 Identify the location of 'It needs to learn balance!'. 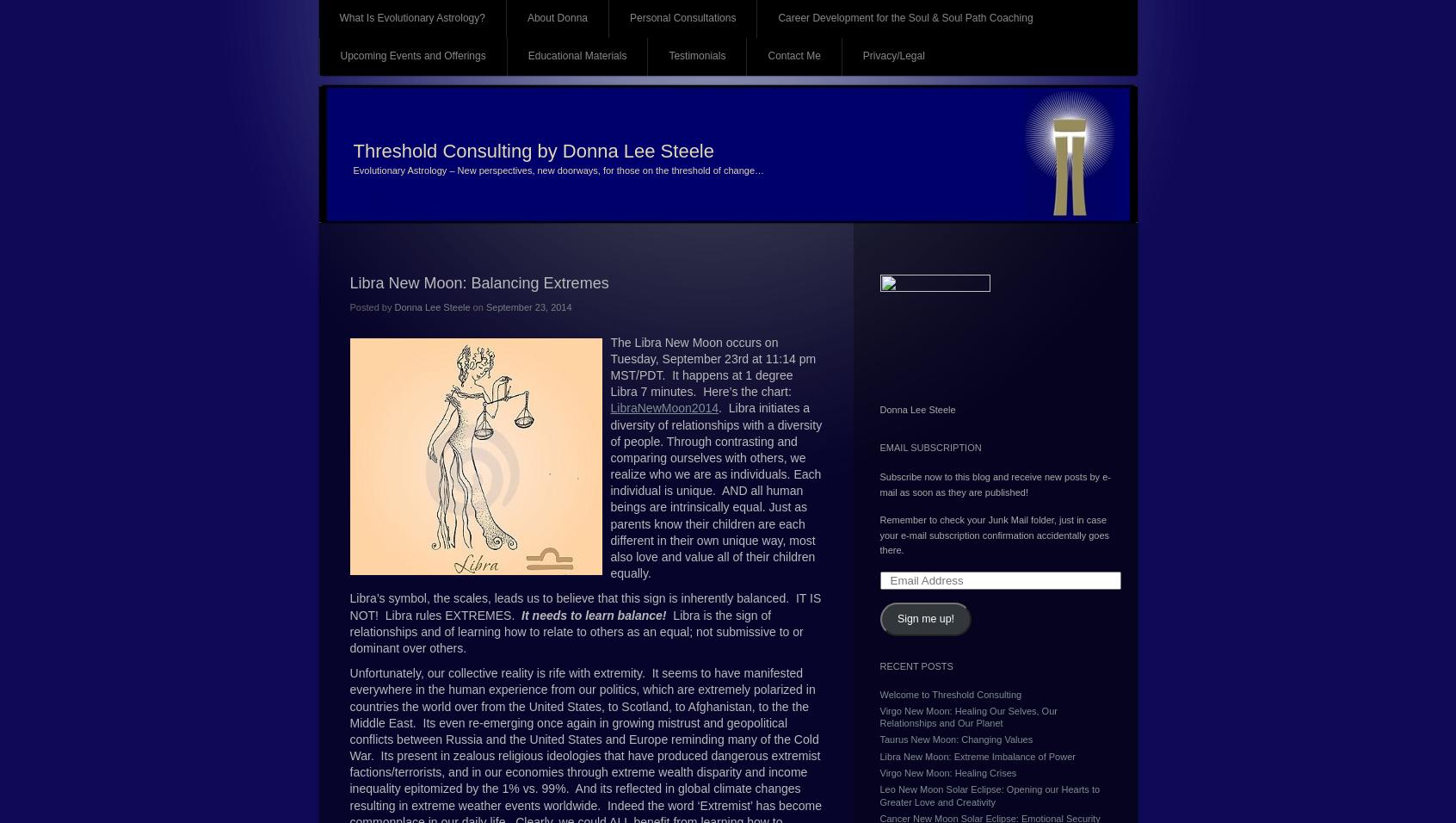
(593, 615).